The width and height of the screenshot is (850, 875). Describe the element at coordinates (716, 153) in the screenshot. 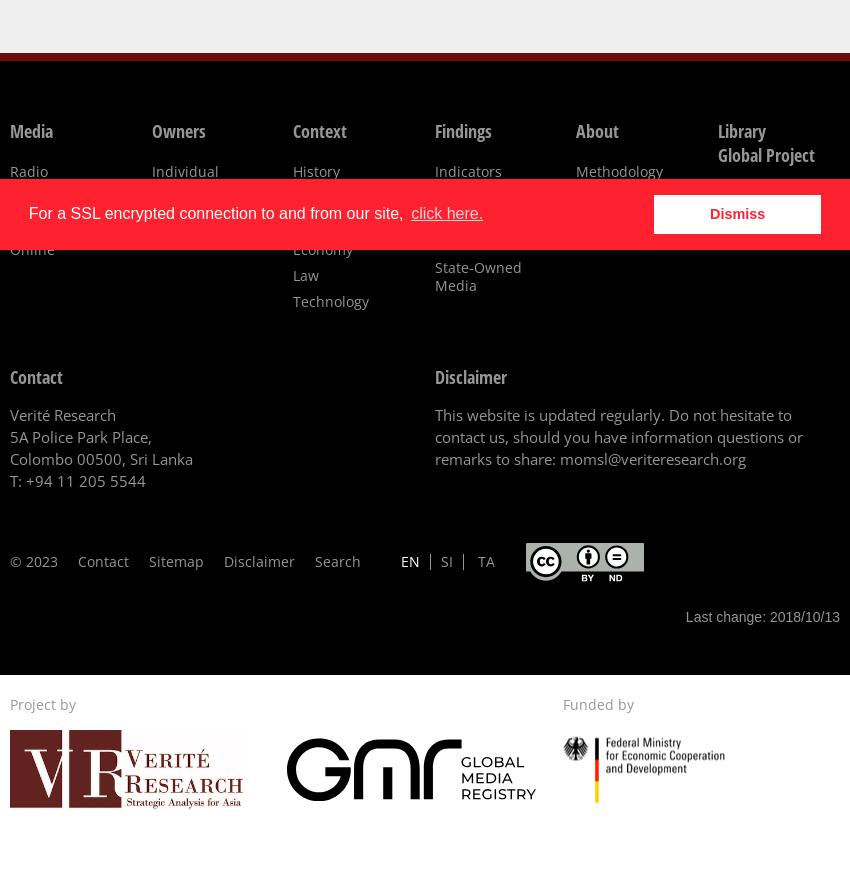

I see `'Global Project'` at that location.